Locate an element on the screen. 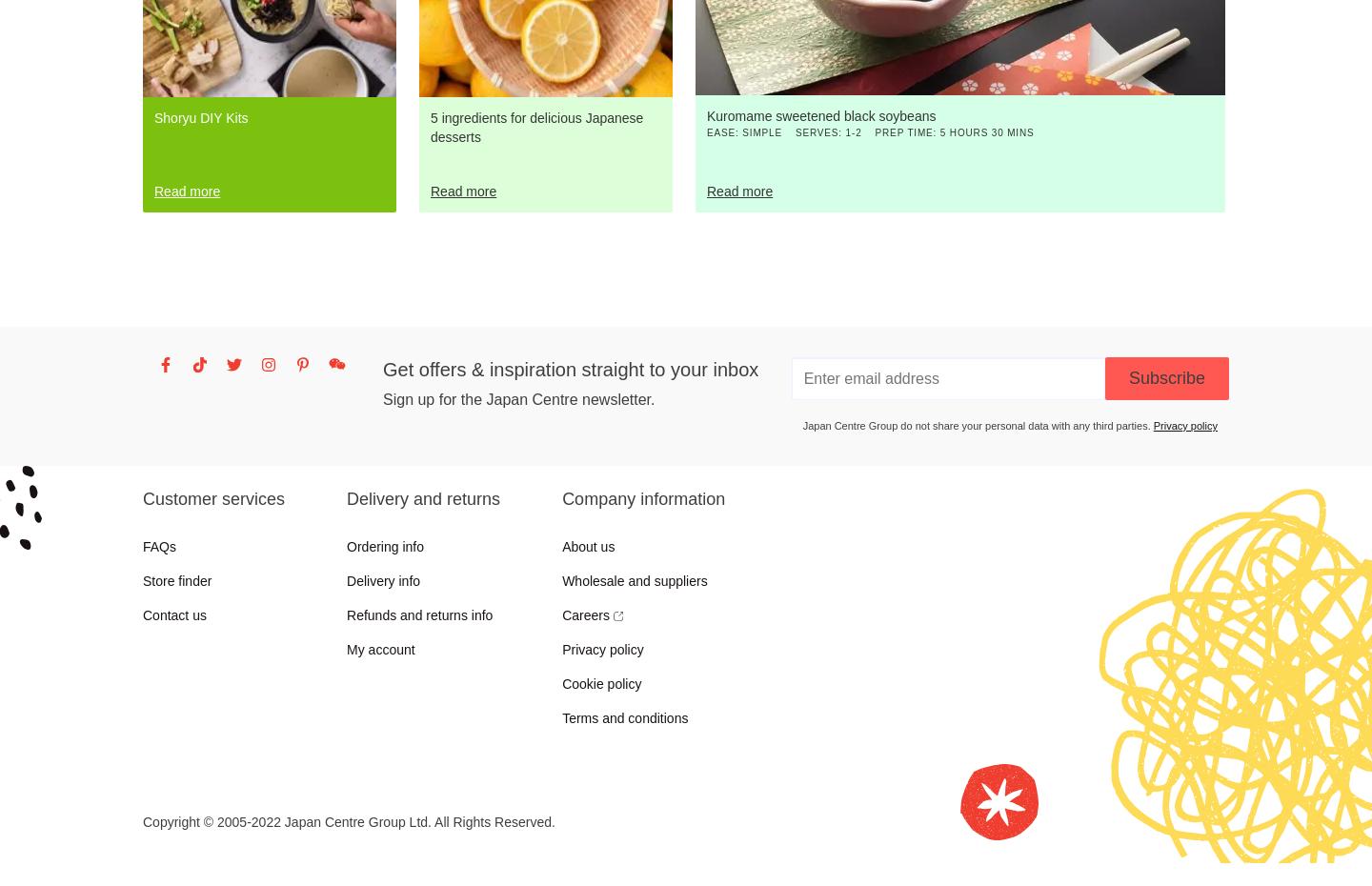  'Wholesale and suppliers' is located at coordinates (635, 579).